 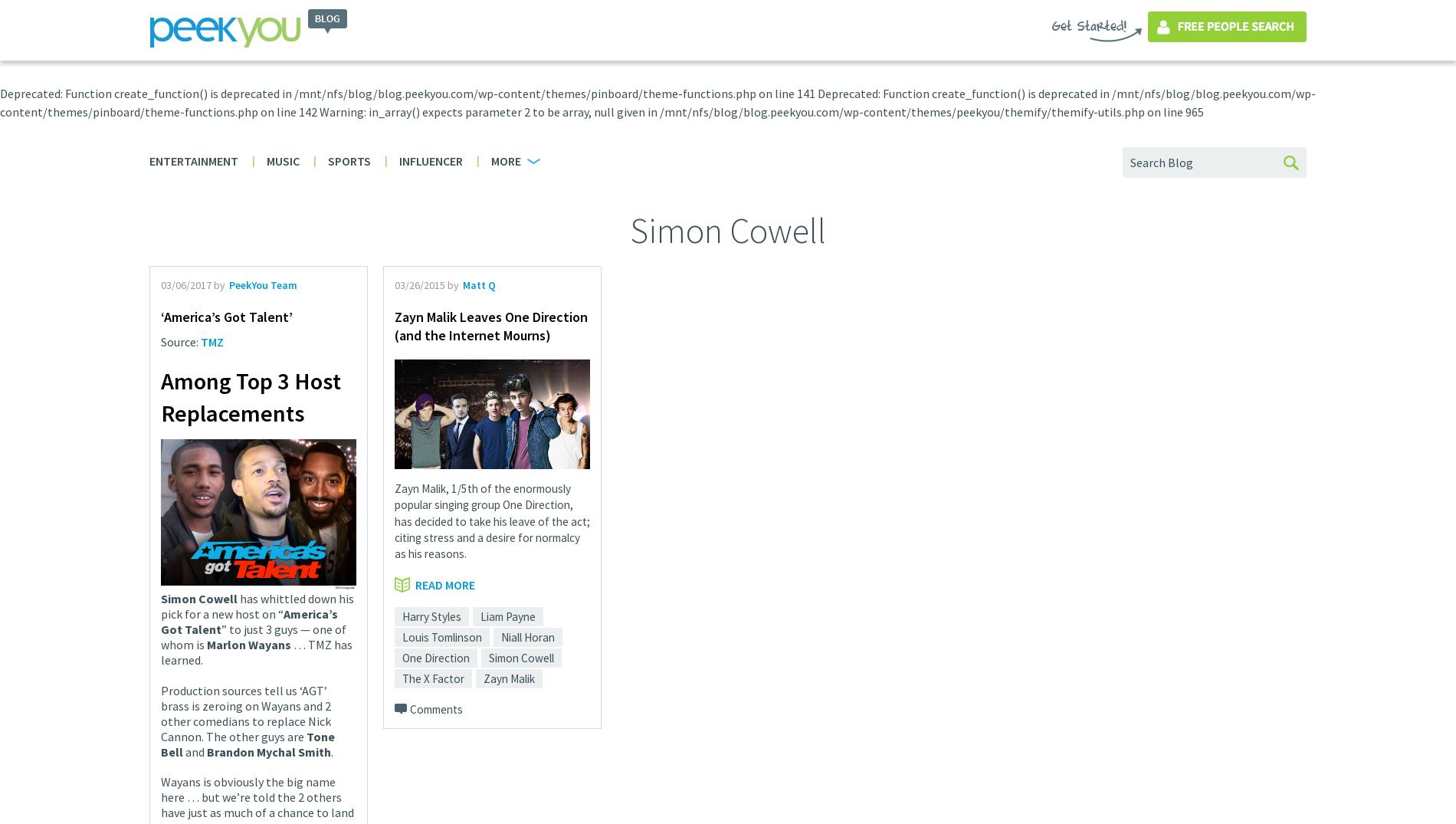 What do you see at coordinates (509, 677) in the screenshot?
I see `'Zayn Malik'` at bounding box center [509, 677].